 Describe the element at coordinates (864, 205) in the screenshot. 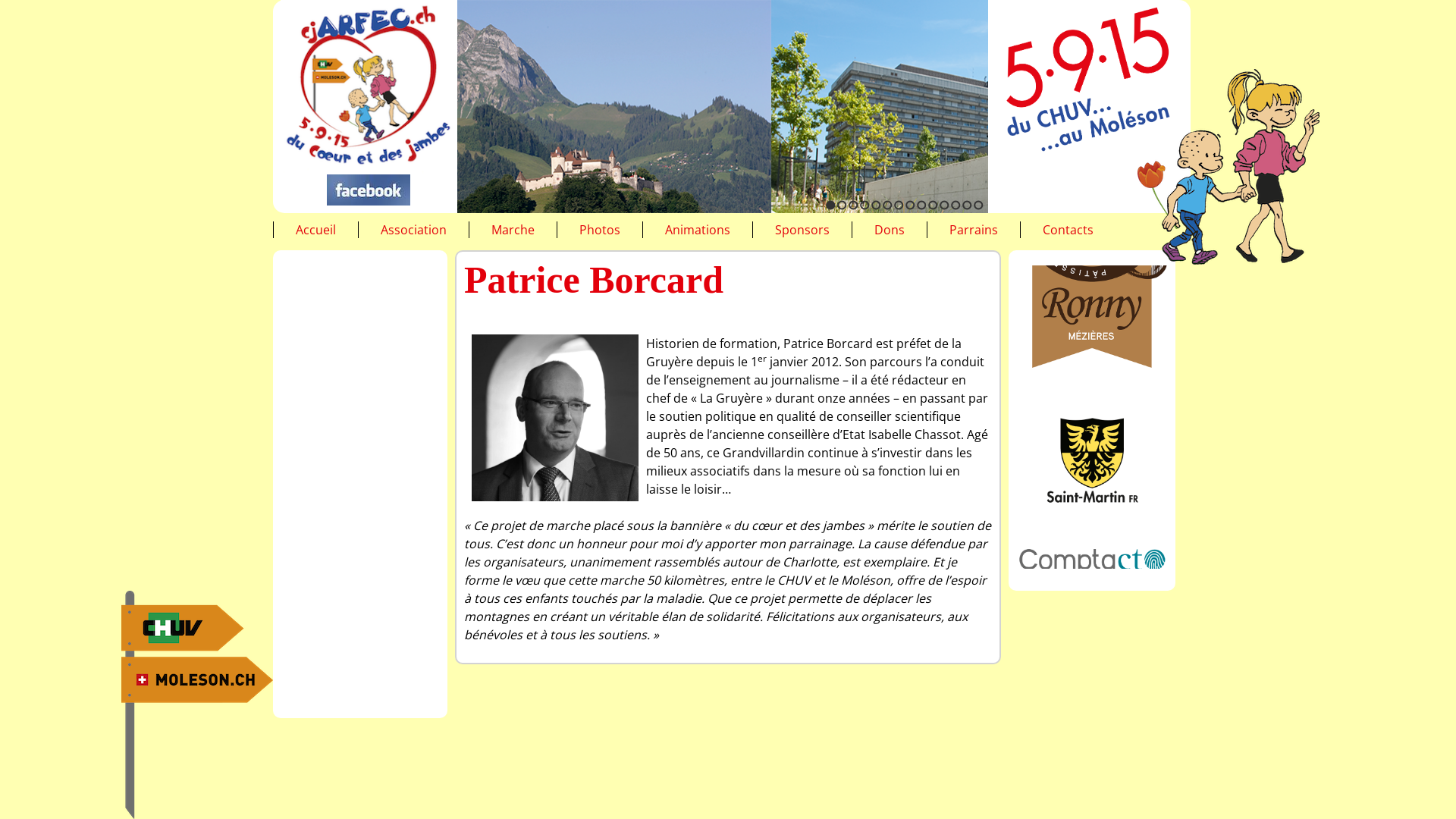

I see `'4'` at that location.